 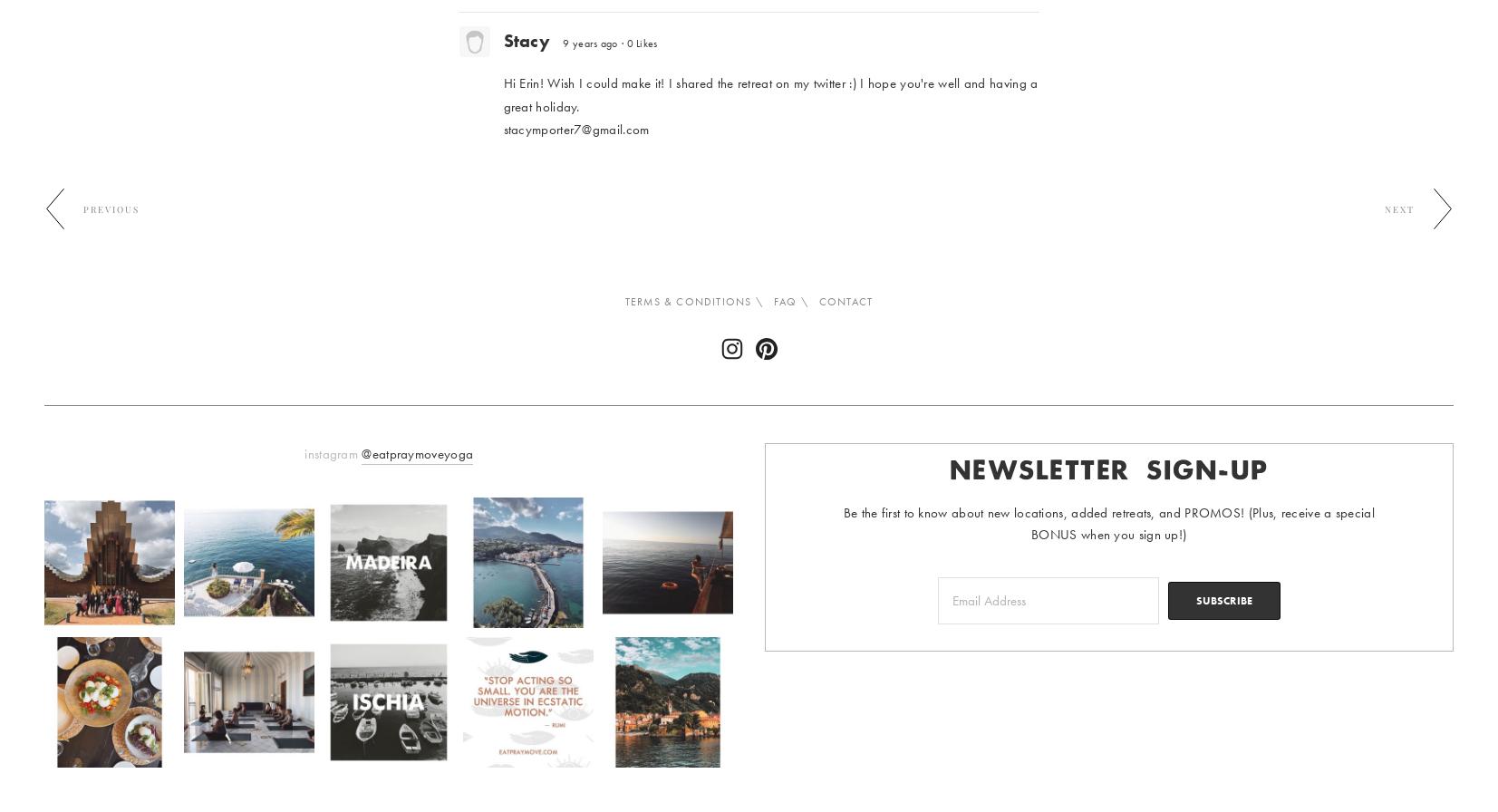 I want to click on 'Hi Erin! Wish I could make it! I shared the retreat on my twitter :) I hope you're well and having a great holiday.', so click(x=769, y=94).